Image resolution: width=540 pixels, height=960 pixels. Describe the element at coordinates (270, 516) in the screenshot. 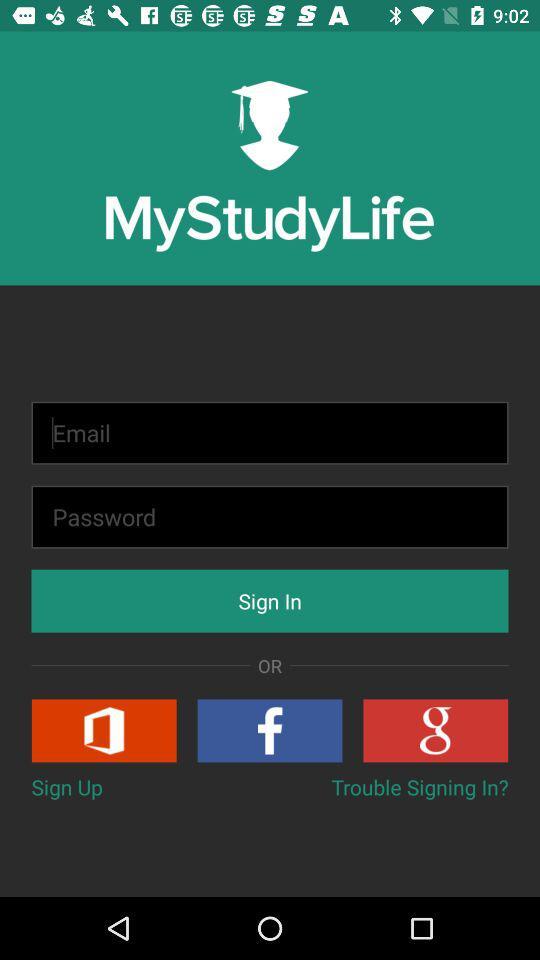

I see `a password` at that location.